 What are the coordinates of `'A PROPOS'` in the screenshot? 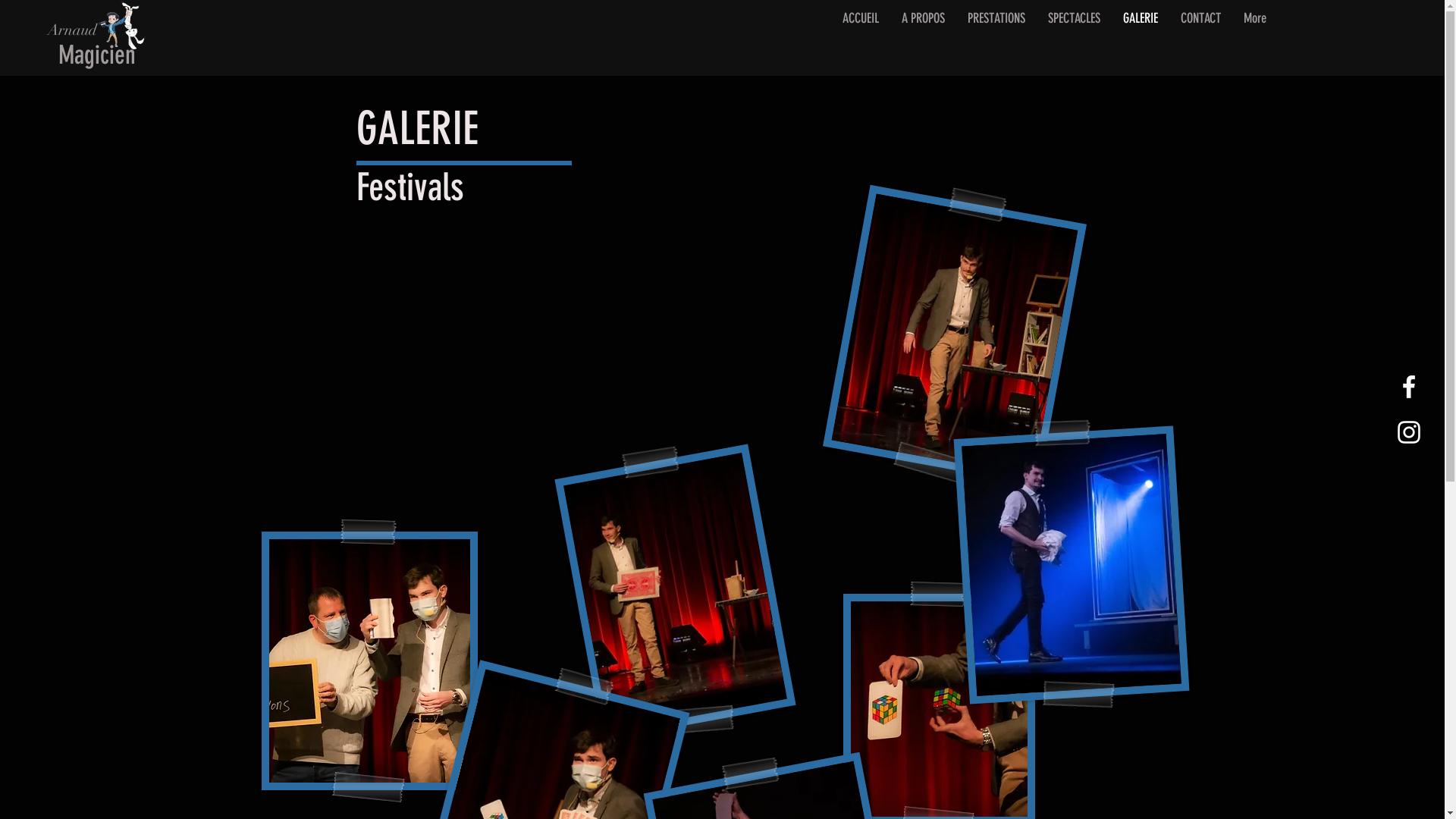 It's located at (922, 39).